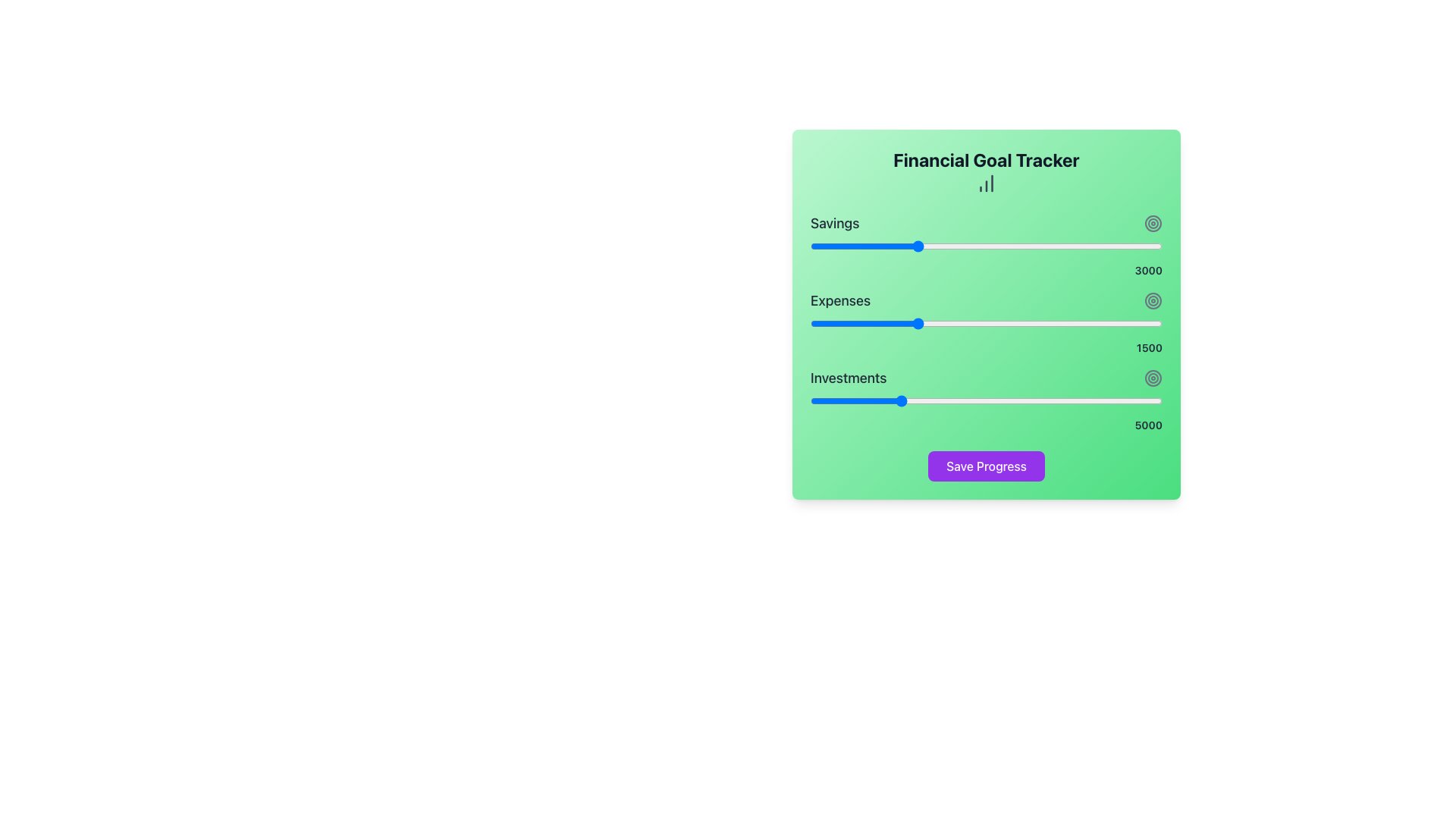 The image size is (1456, 819). Describe the element at coordinates (915, 323) in the screenshot. I see `the expense value` at that location.